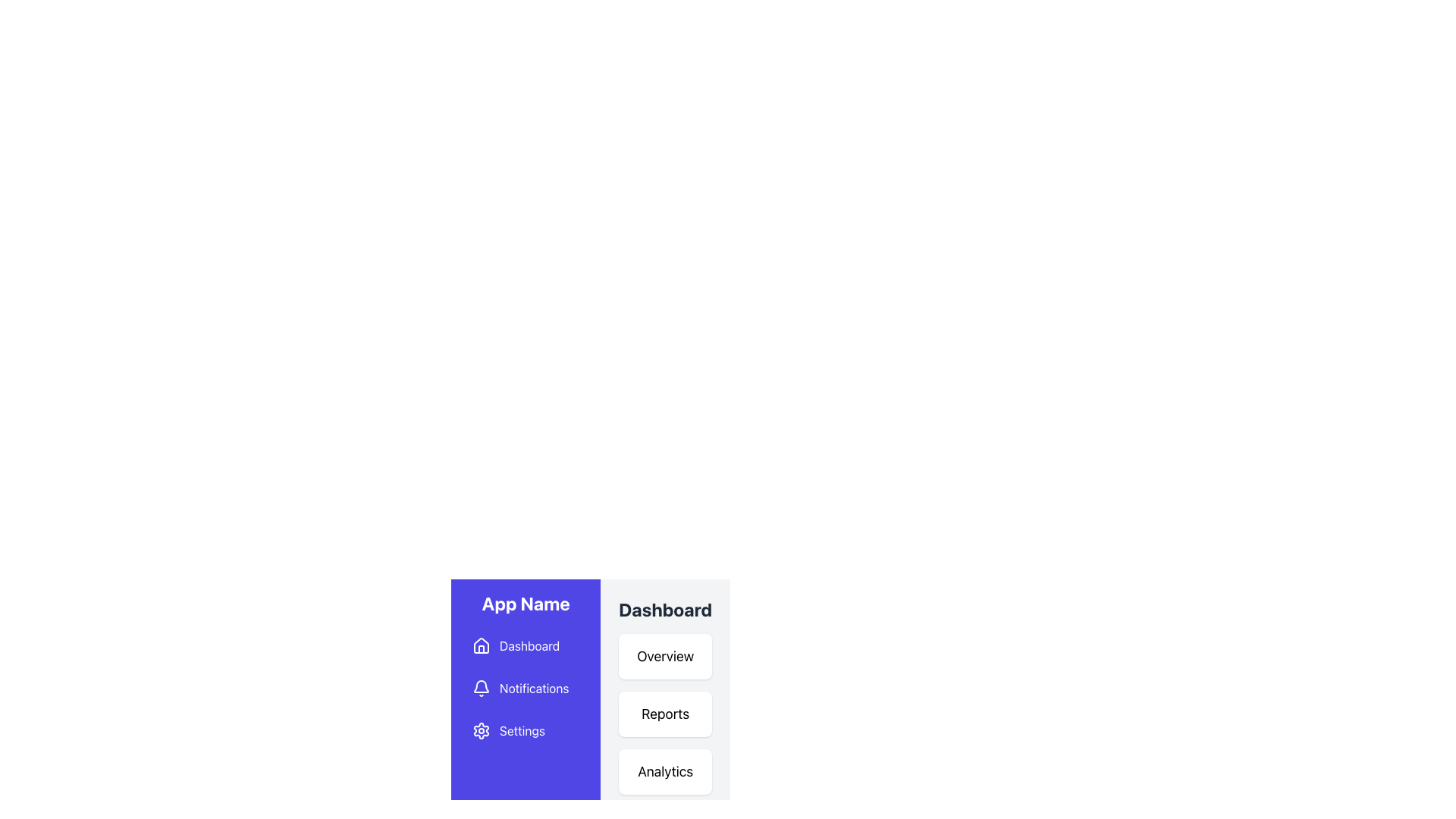 The image size is (1456, 819). What do you see at coordinates (665, 772) in the screenshot?
I see `the 'Analytics' button, which is the third button in the 'Dashboard' section` at bounding box center [665, 772].